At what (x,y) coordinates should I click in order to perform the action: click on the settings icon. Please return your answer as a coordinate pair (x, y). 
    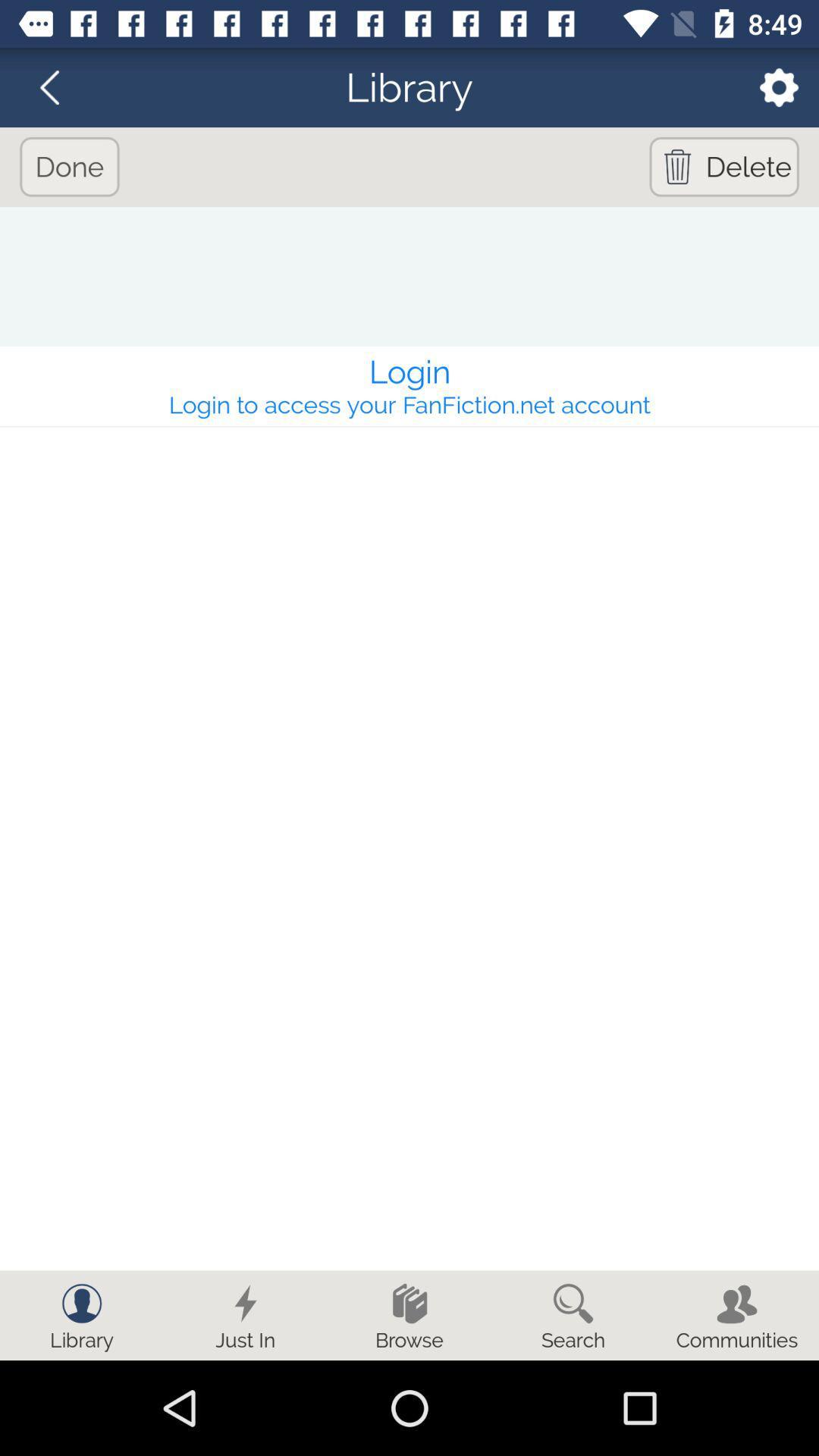
    Looking at the image, I should click on (769, 86).